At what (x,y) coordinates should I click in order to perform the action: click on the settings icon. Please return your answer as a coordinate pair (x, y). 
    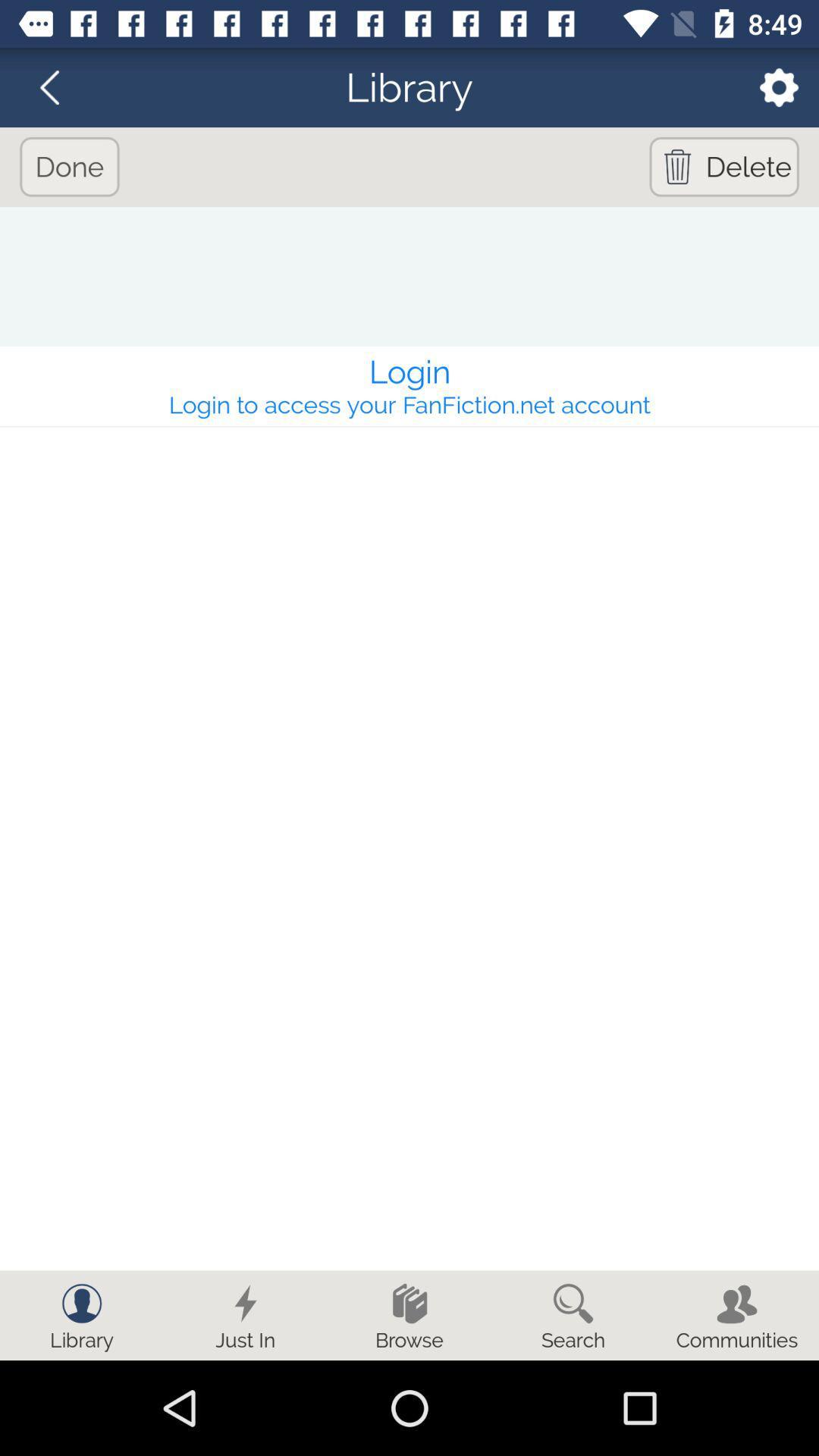
    Looking at the image, I should click on (769, 86).